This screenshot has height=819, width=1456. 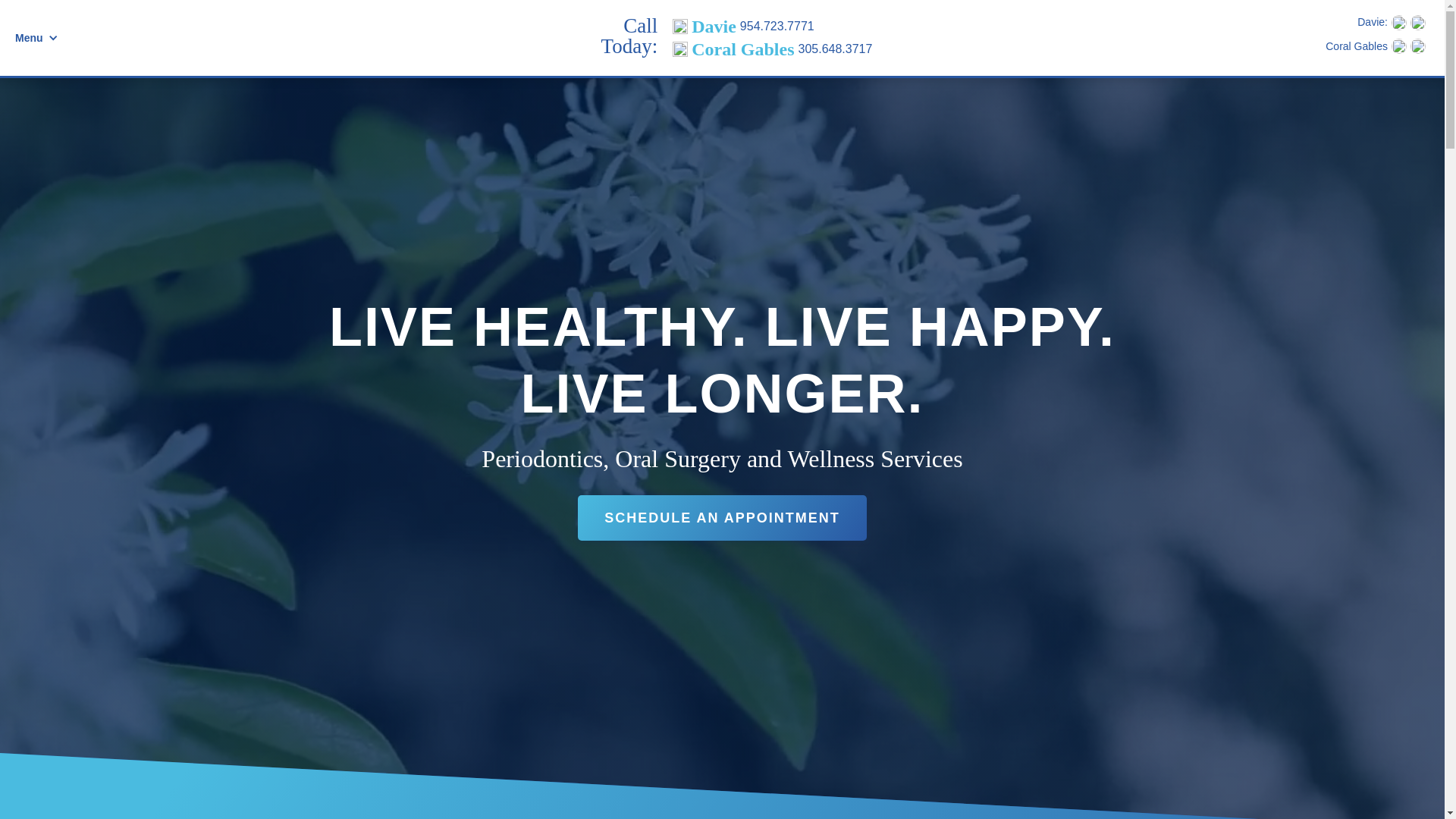 I want to click on 'Davie, so click(x=772, y=26).